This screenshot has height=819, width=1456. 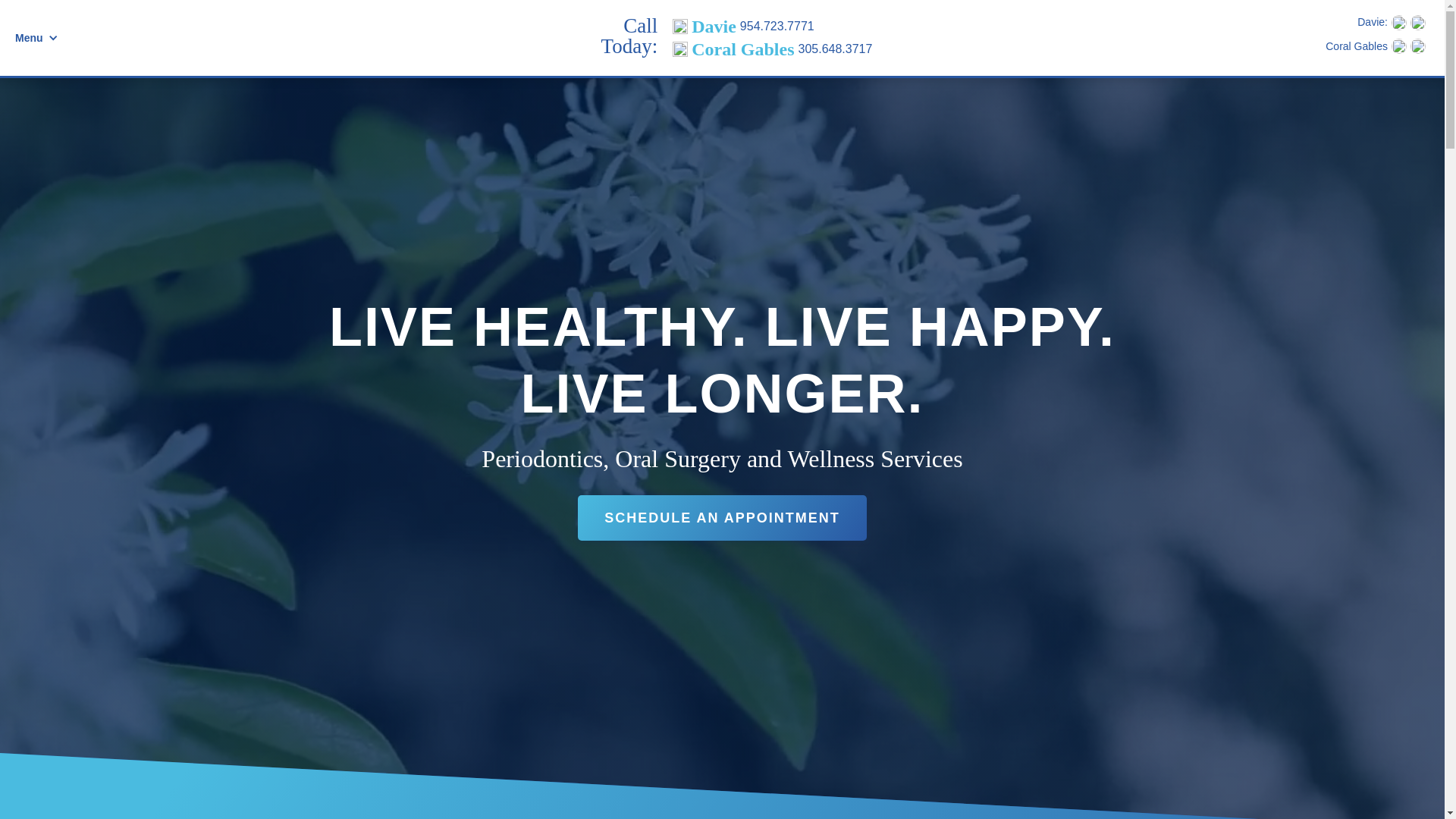 I want to click on 'Davie, so click(x=772, y=26).